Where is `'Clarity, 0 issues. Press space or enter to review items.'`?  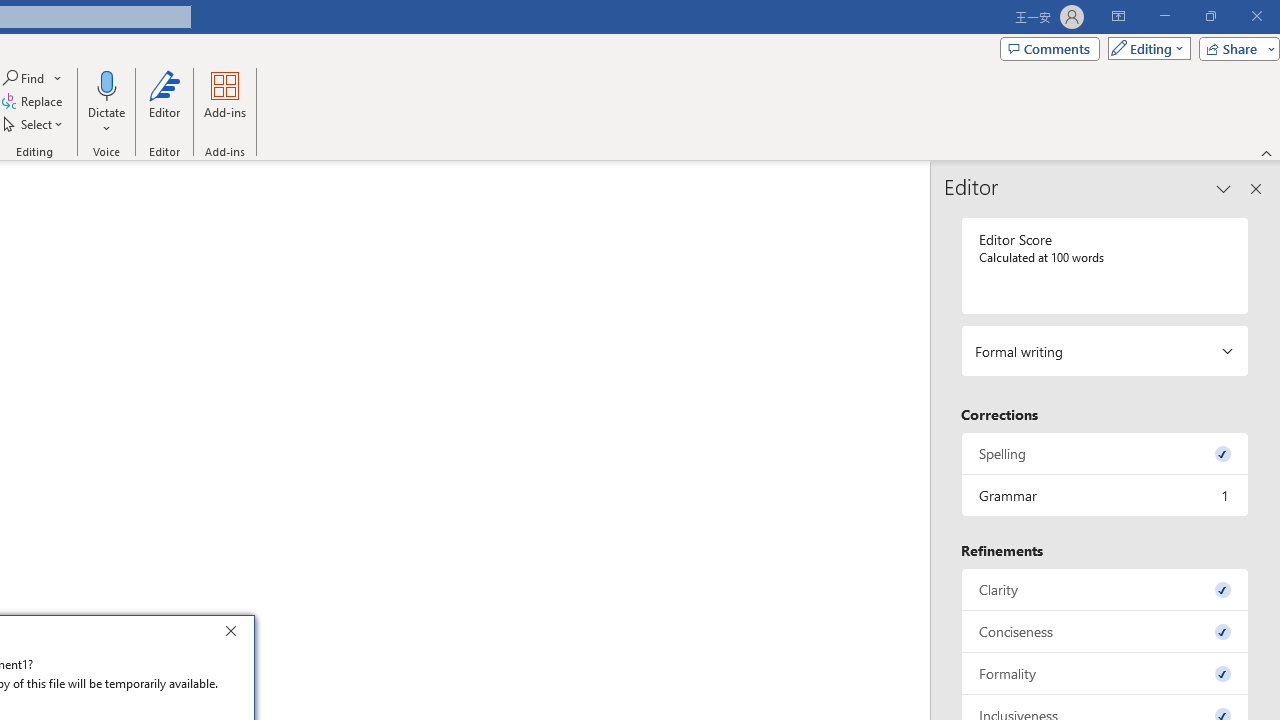
'Clarity, 0 issues. Press space or enter to review items.' is located at coordinates (1104, 588).